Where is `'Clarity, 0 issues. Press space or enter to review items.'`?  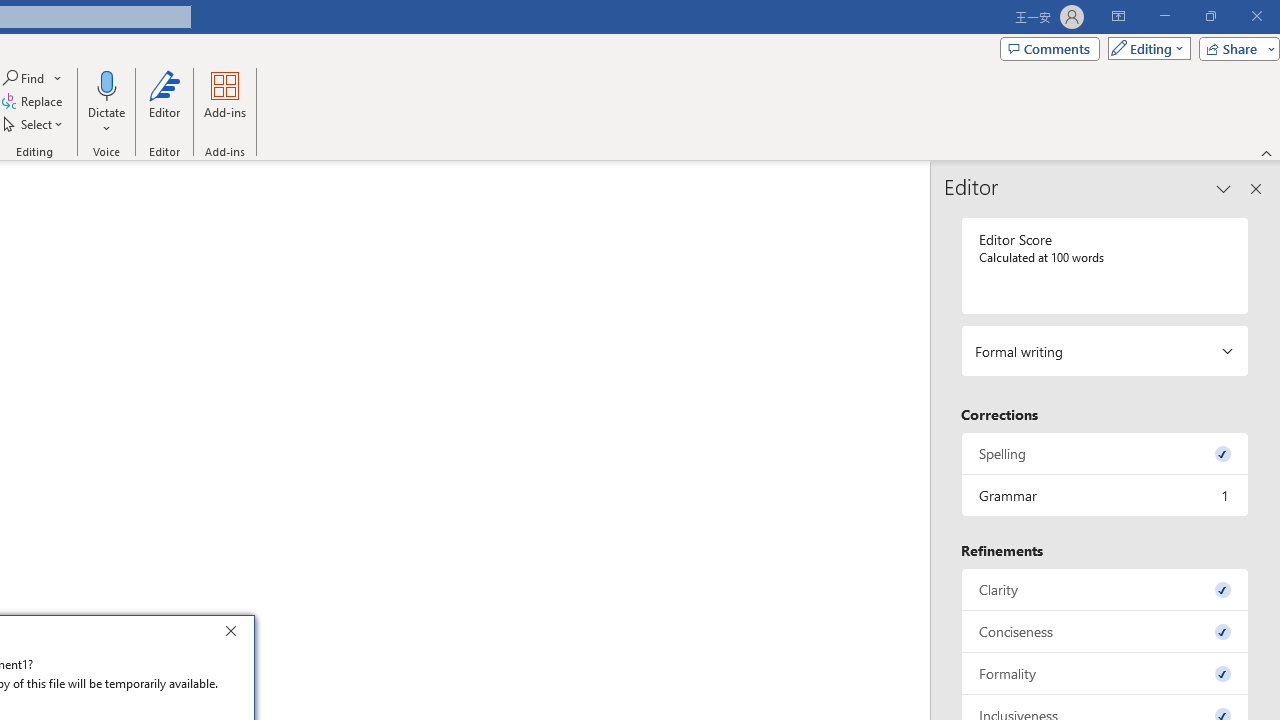
'Clarity, 0 issues. Press space or enter to review items.' is located at coordinates (1104, 588).